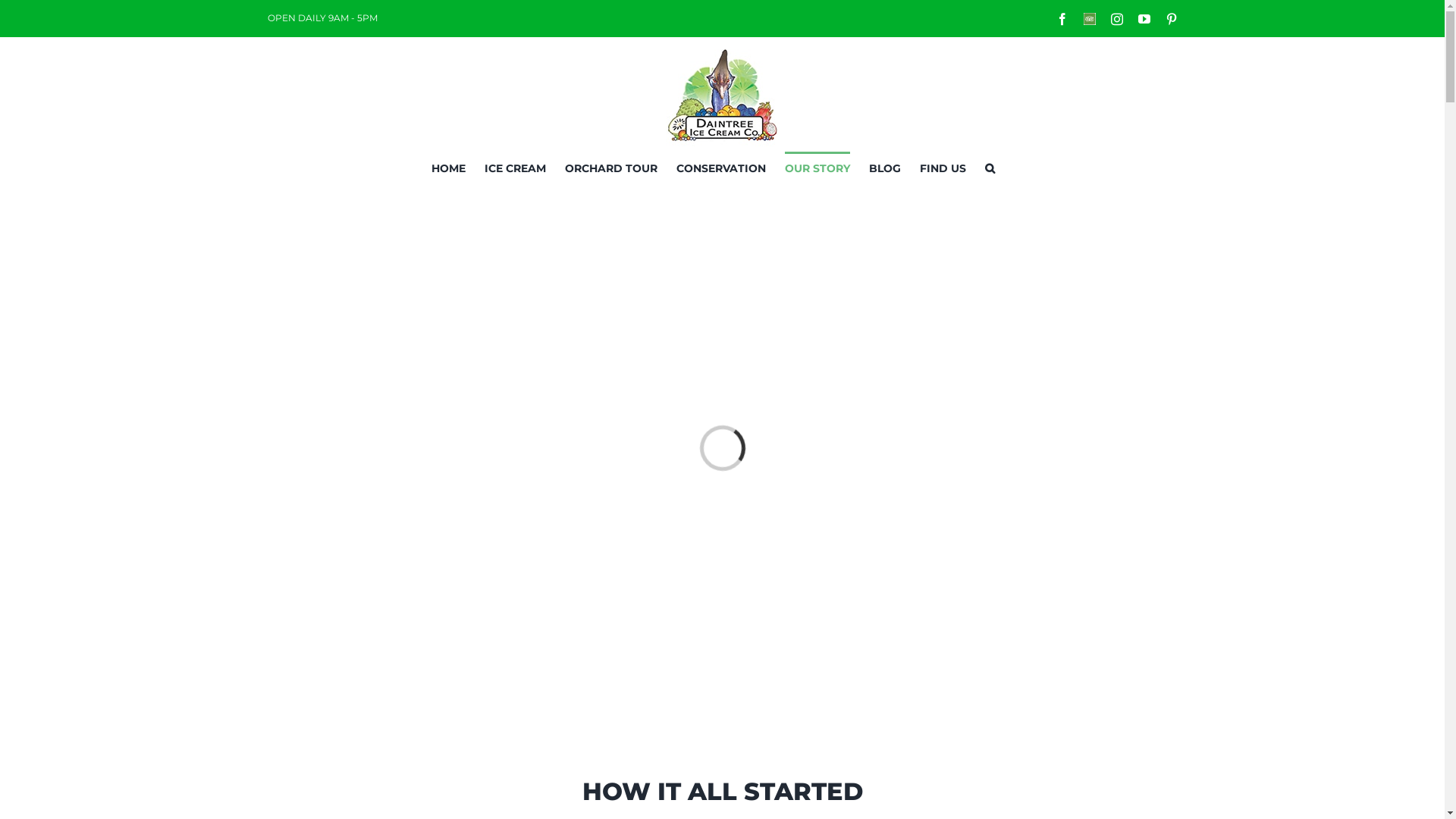 The height and width of the screenshot is (819, 1456). I want to click on 'BLOG', so click(884, 166).